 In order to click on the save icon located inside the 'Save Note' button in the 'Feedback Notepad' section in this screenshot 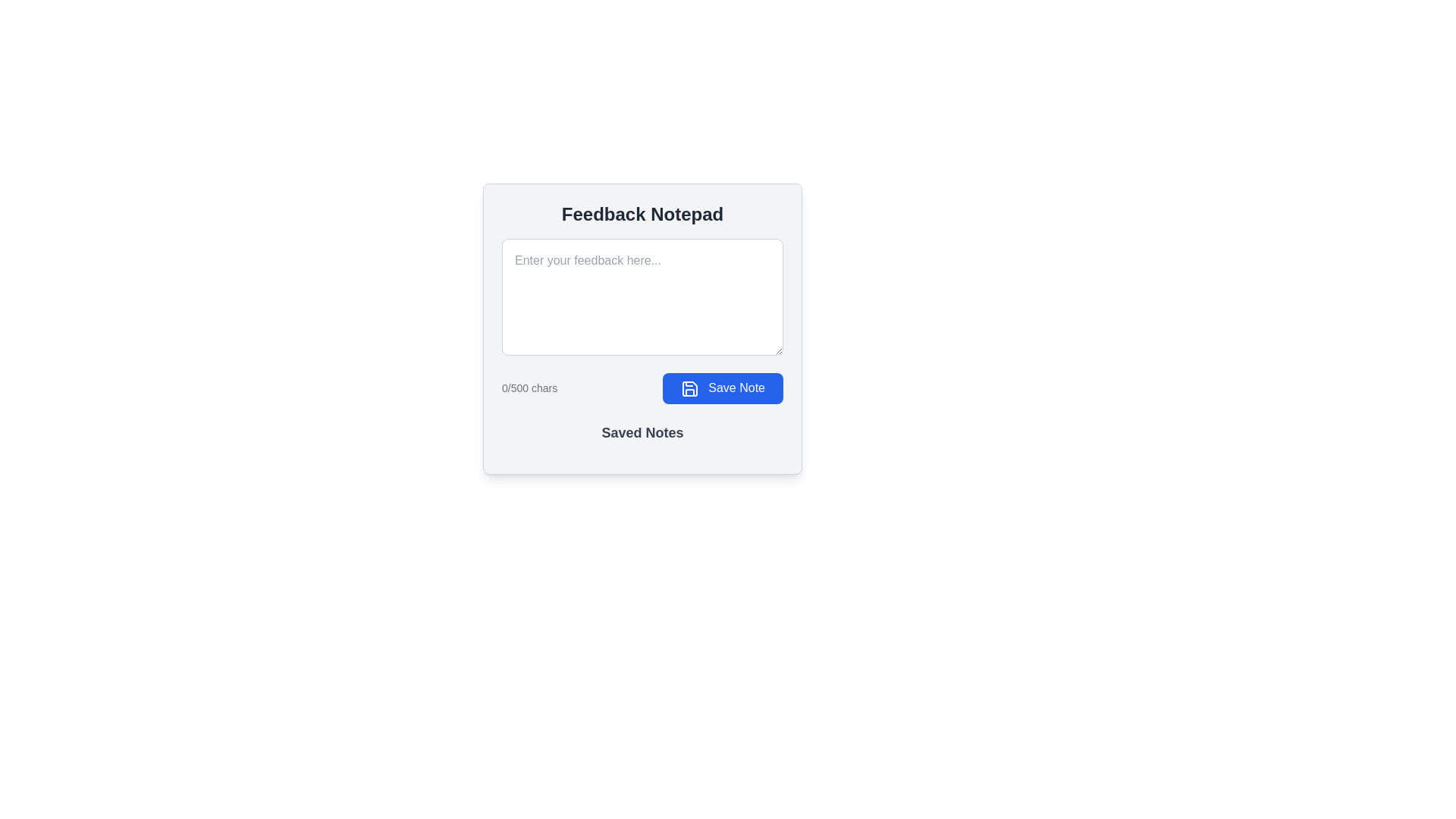, I will do `click(689, 388)`.